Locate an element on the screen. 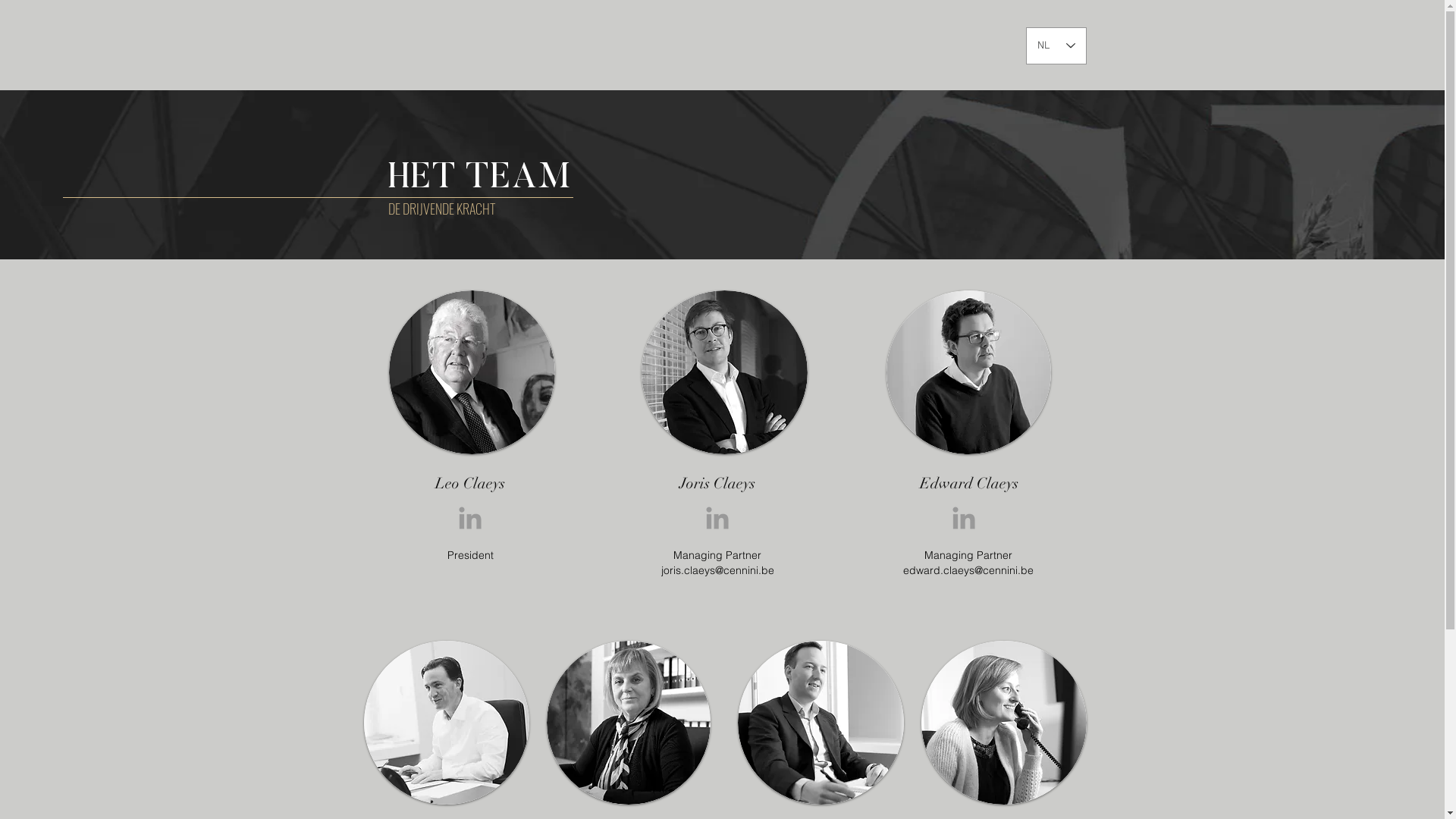 The height and width of the screenshot is (819, 1456). 'HOME' is located at coordinates (728, 43).